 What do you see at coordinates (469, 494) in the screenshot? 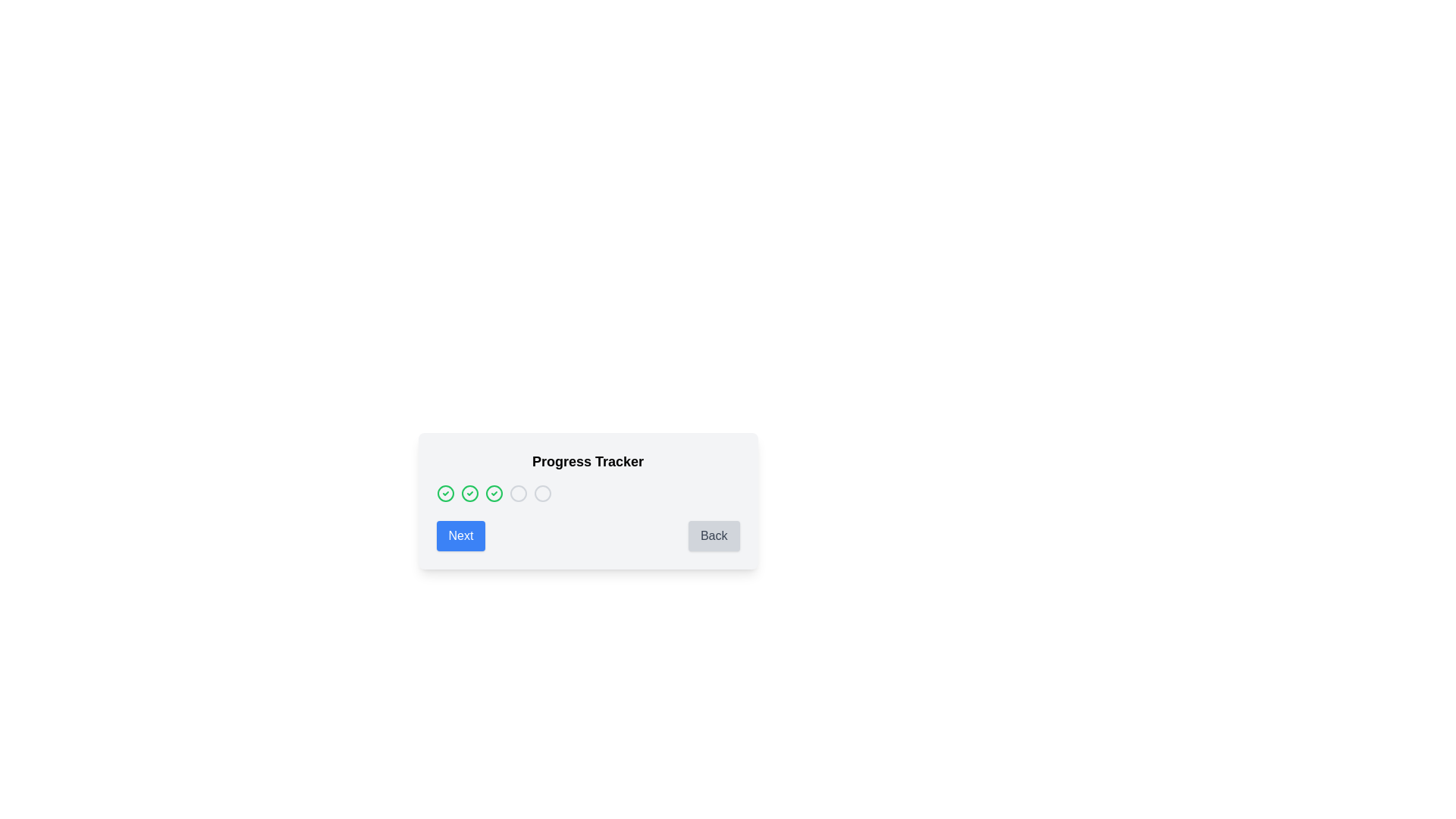
I see `the third circular status indicator in the progress tracker` at bounding box center [469, 494].